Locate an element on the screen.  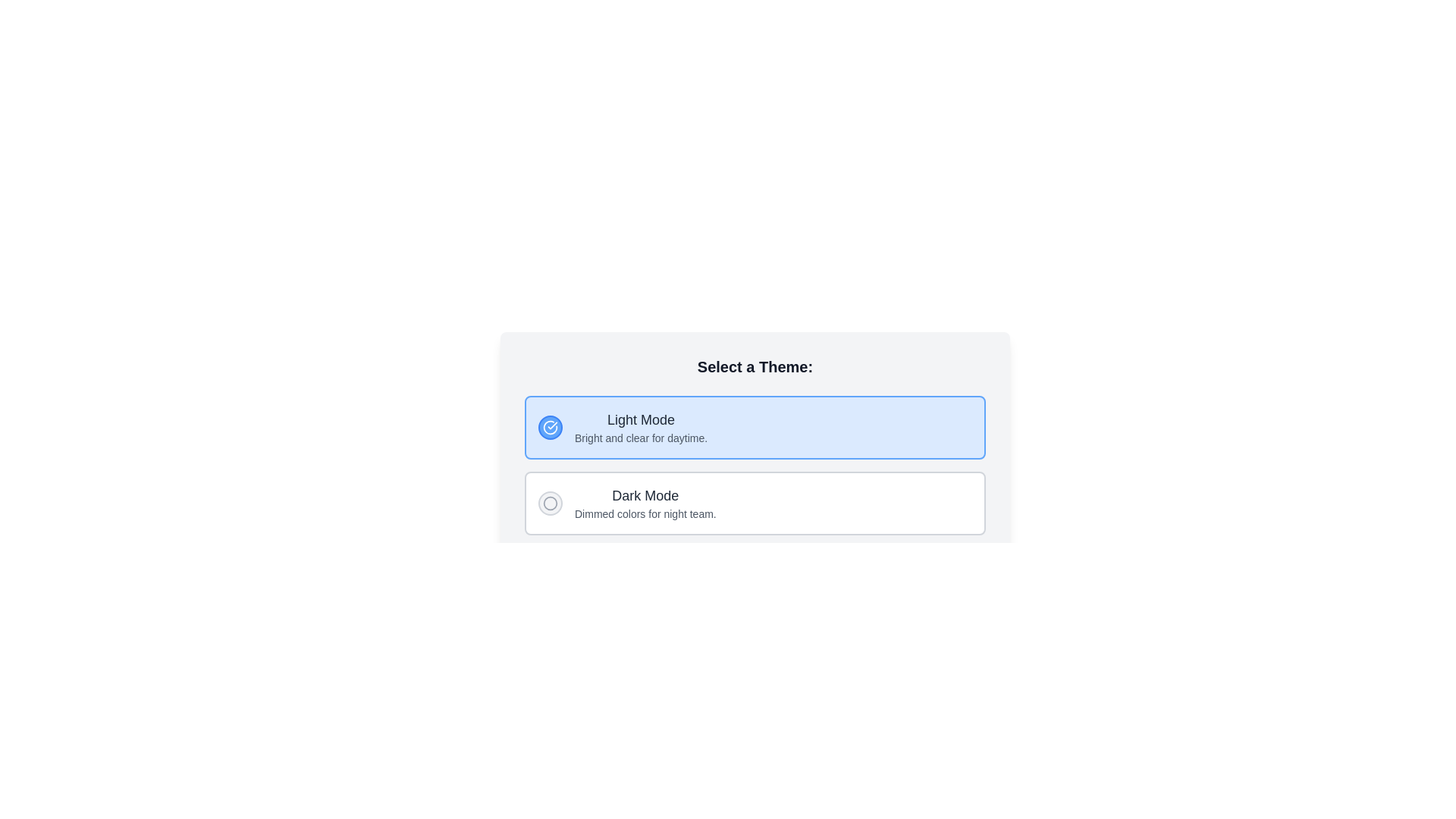
the circular outline icon of the 'Light Mode' button located in the top-left corner of the selection card is located at coordinates (549, 427).